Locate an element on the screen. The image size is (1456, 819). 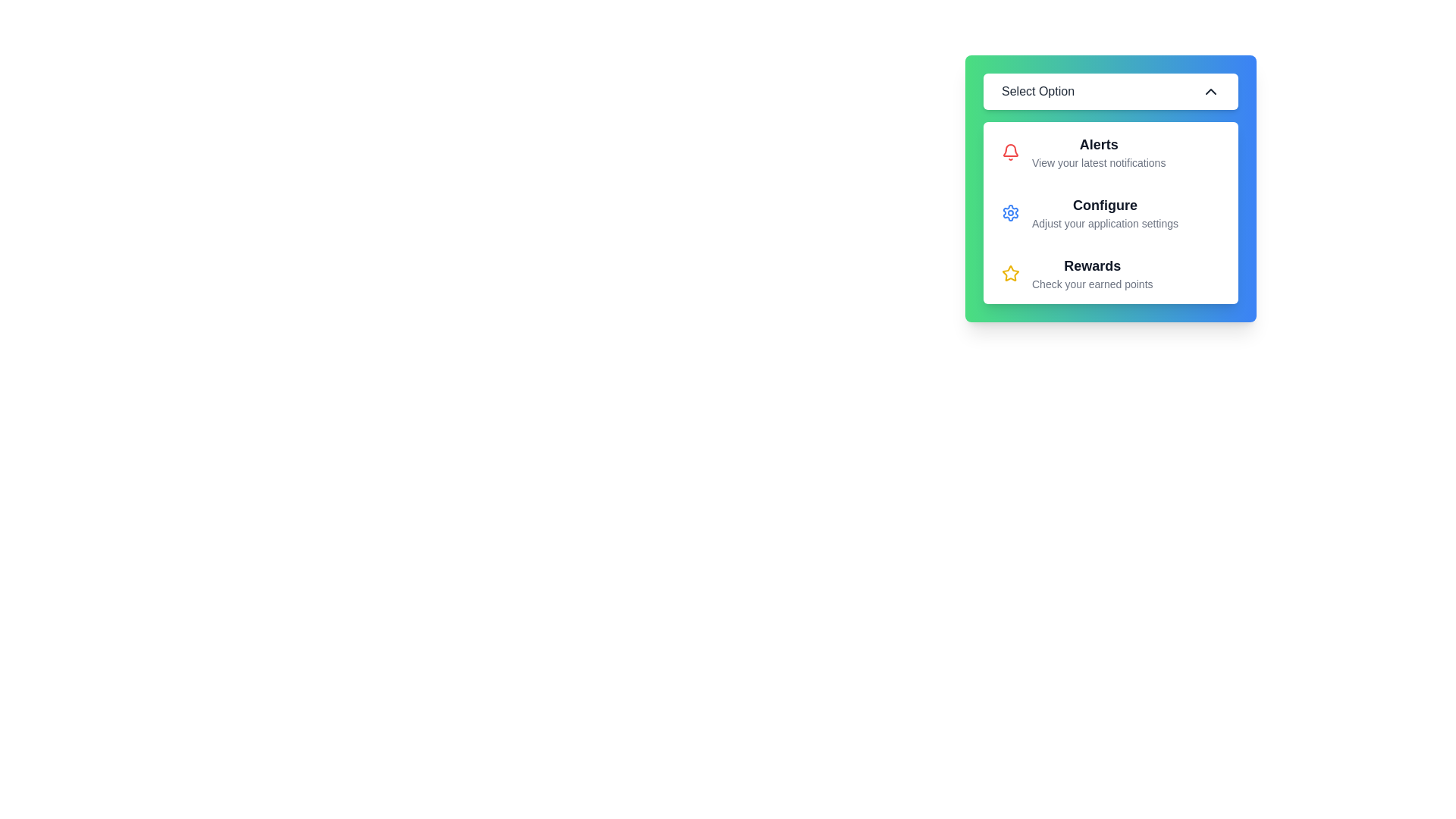
the static text label providing context for the 'Configure' option in the dropdown menu, located in the middle-right area of the interface is located at coordinates (1105, 223).